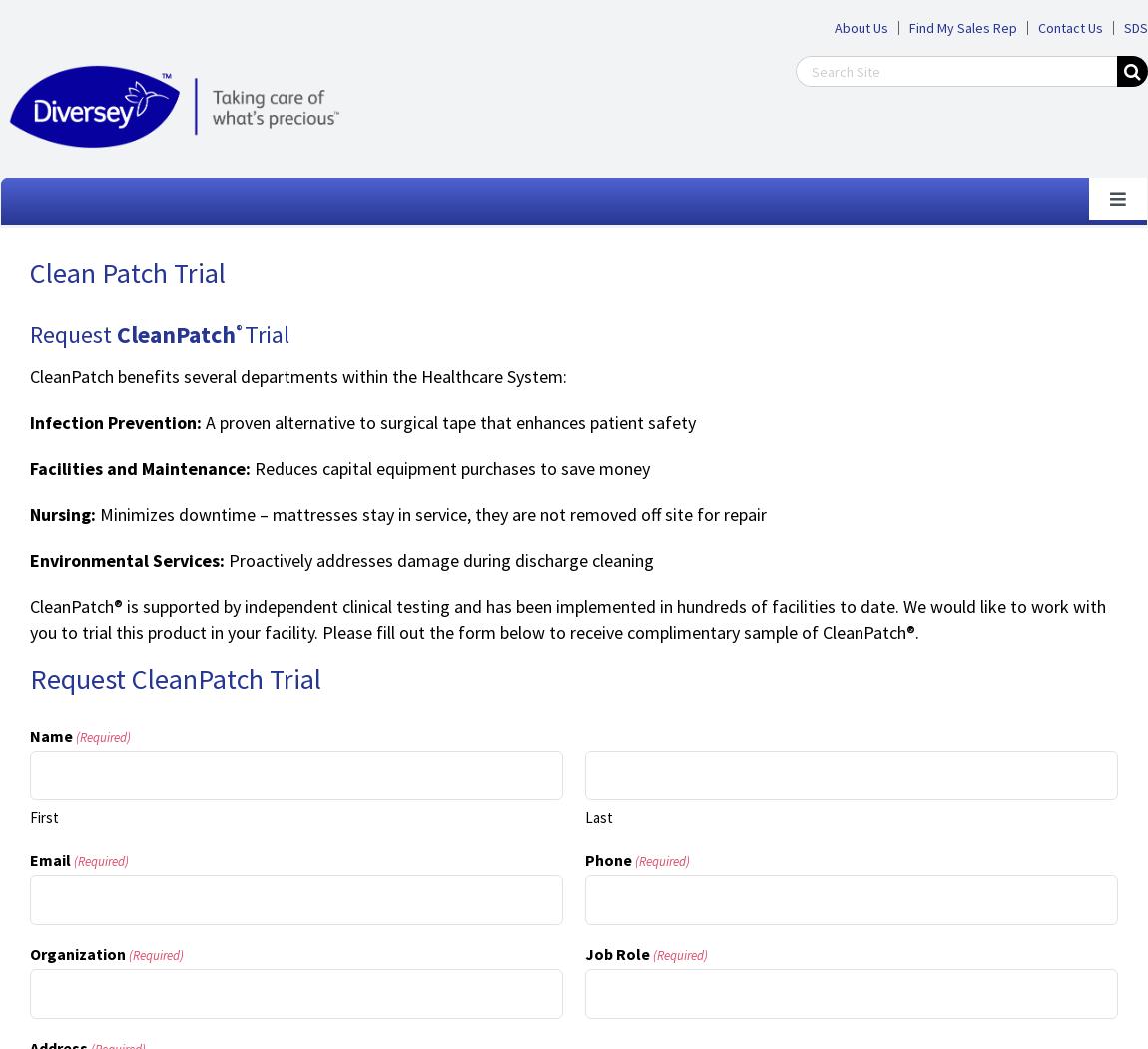  I want to click on 'Nursing:', so click(60, 514).